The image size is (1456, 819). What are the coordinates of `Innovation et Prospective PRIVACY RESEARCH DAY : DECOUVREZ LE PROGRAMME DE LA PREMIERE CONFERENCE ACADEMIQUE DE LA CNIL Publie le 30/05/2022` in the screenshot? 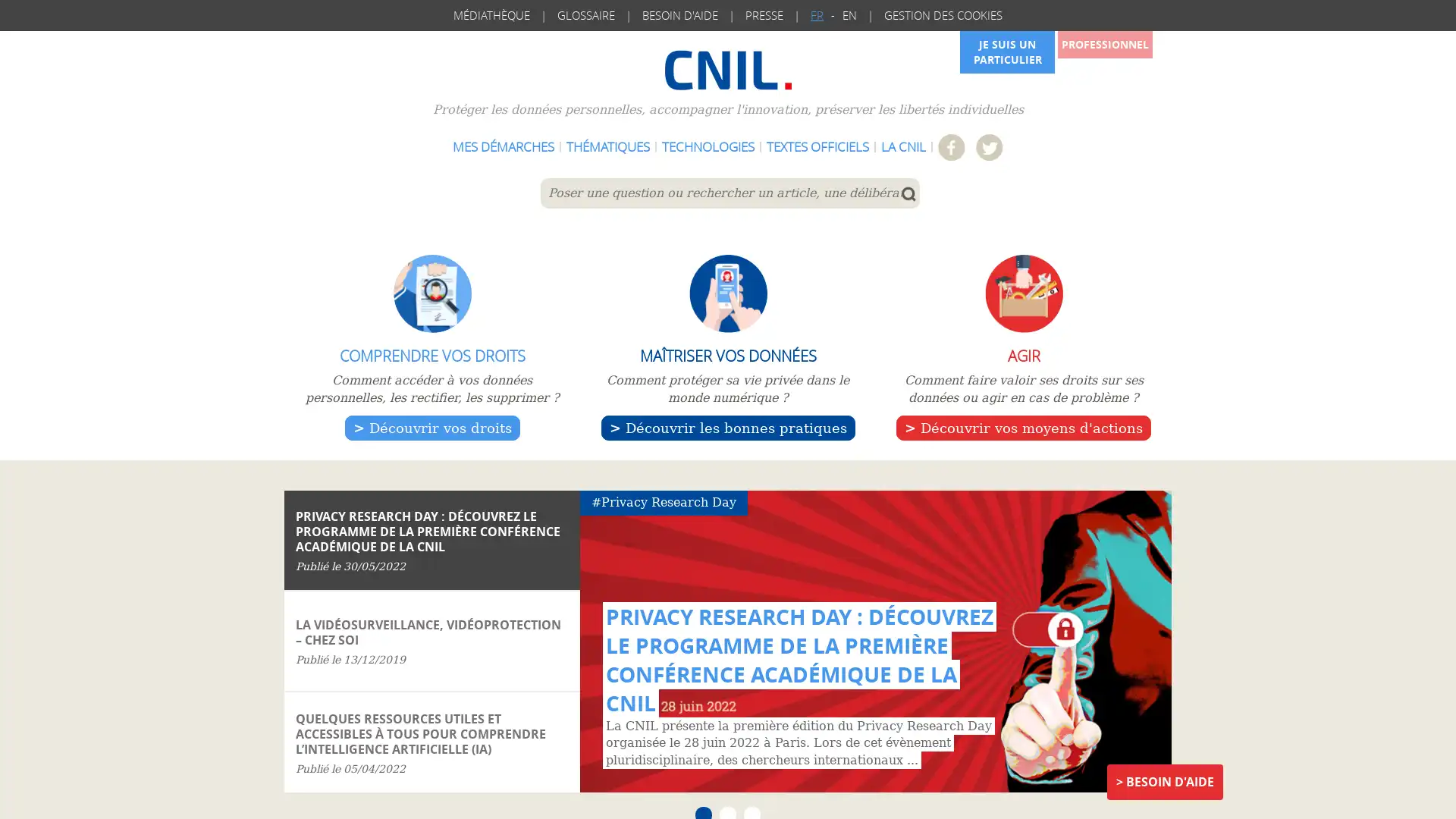 It's located at (431, 540).